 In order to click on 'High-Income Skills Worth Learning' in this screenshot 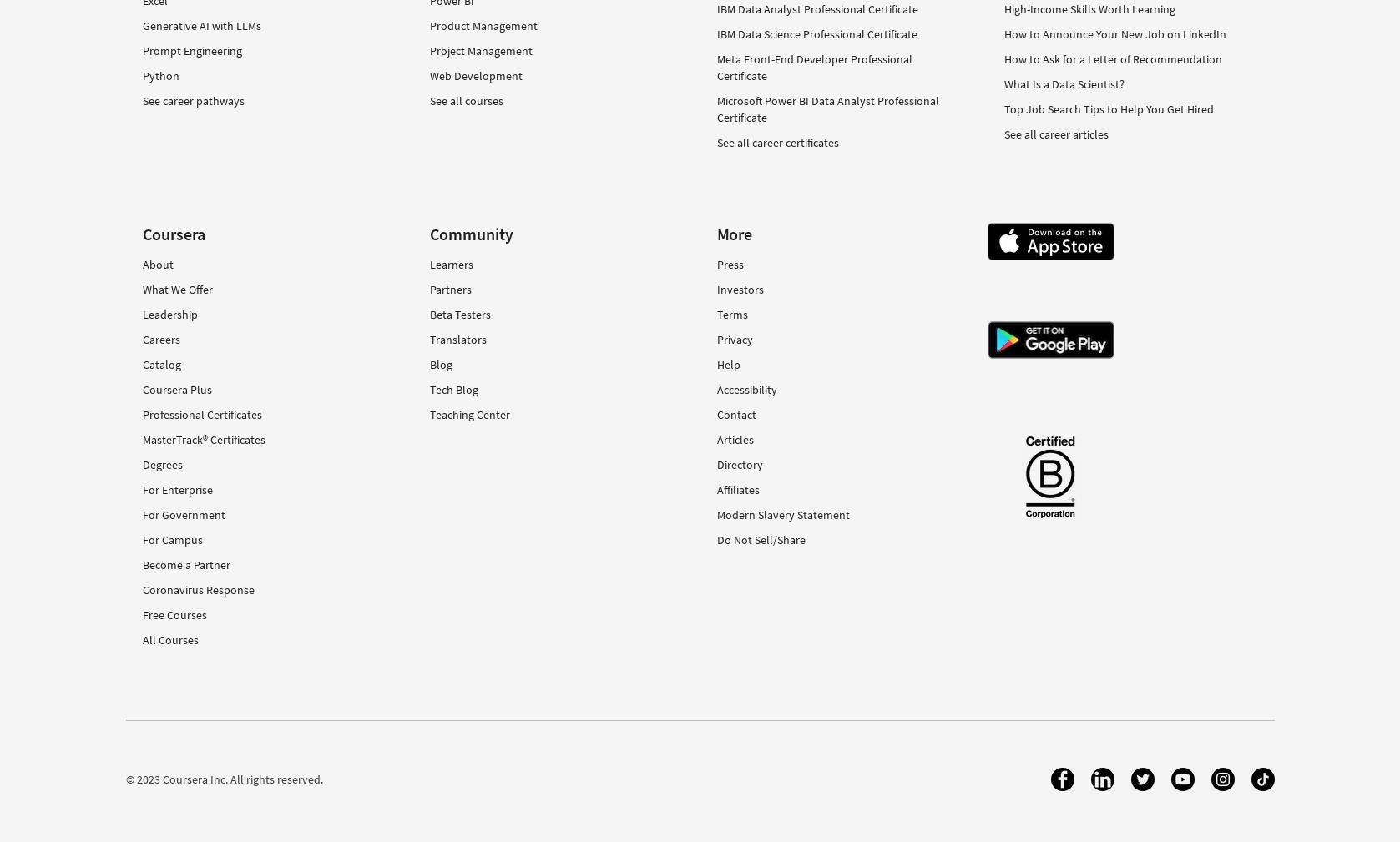, I will do `click(1089, 7)`.